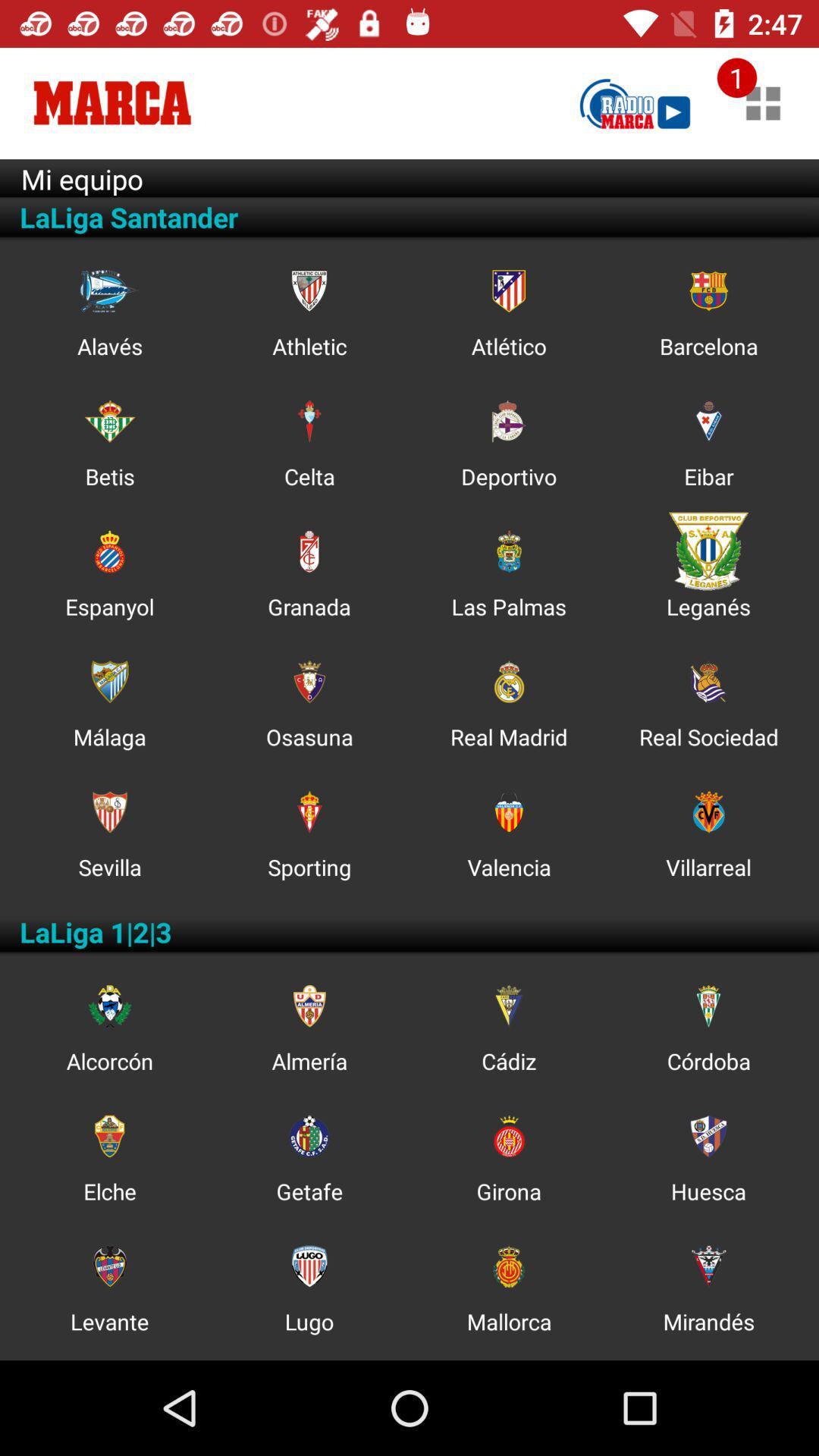  What do you see at coordinates (309, 681) in the screenshot?
I see `the icon which is above the text osasuna` at bounding box center [309, 681].